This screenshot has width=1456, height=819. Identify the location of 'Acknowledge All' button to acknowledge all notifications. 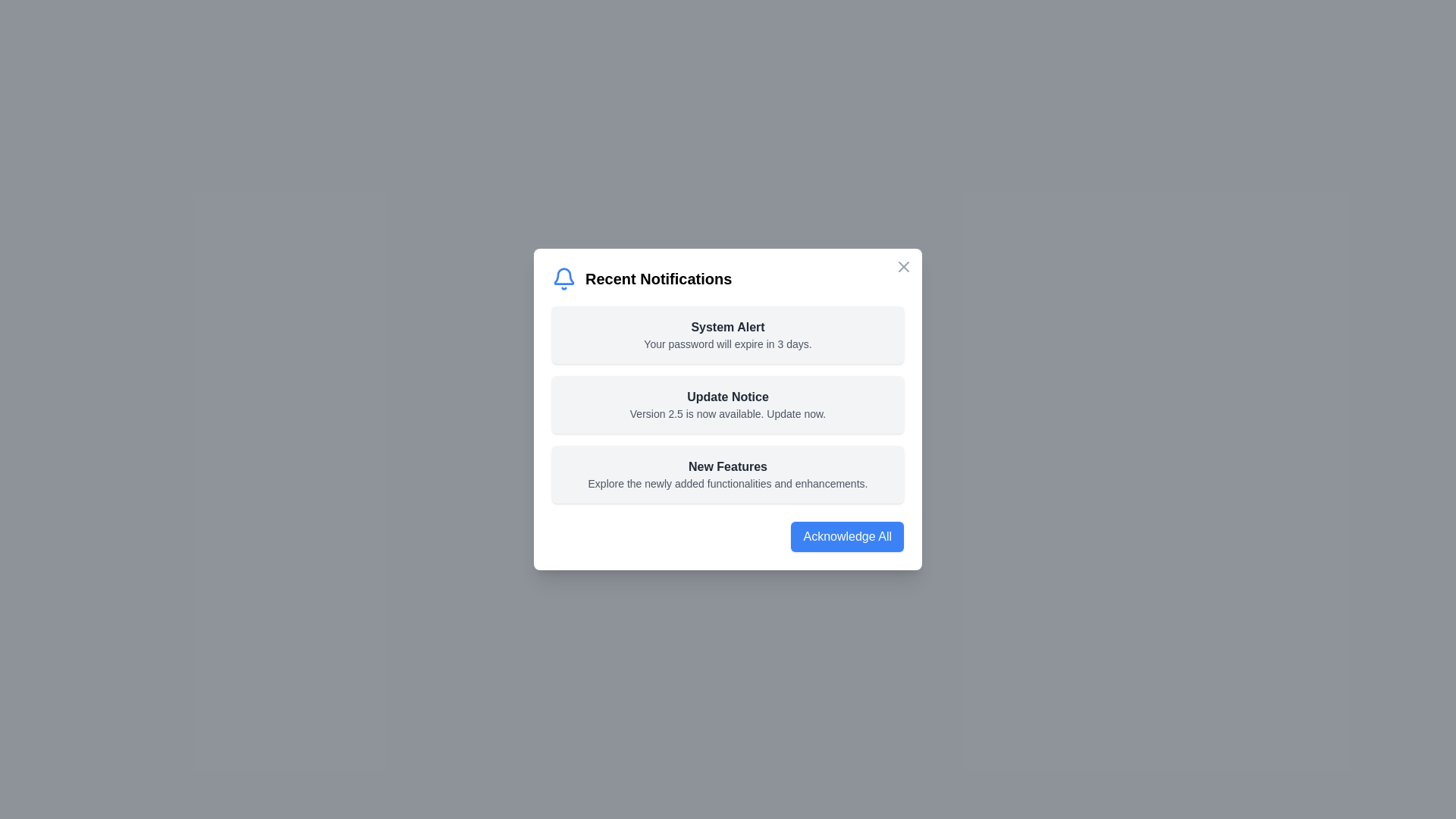
(846, 536).